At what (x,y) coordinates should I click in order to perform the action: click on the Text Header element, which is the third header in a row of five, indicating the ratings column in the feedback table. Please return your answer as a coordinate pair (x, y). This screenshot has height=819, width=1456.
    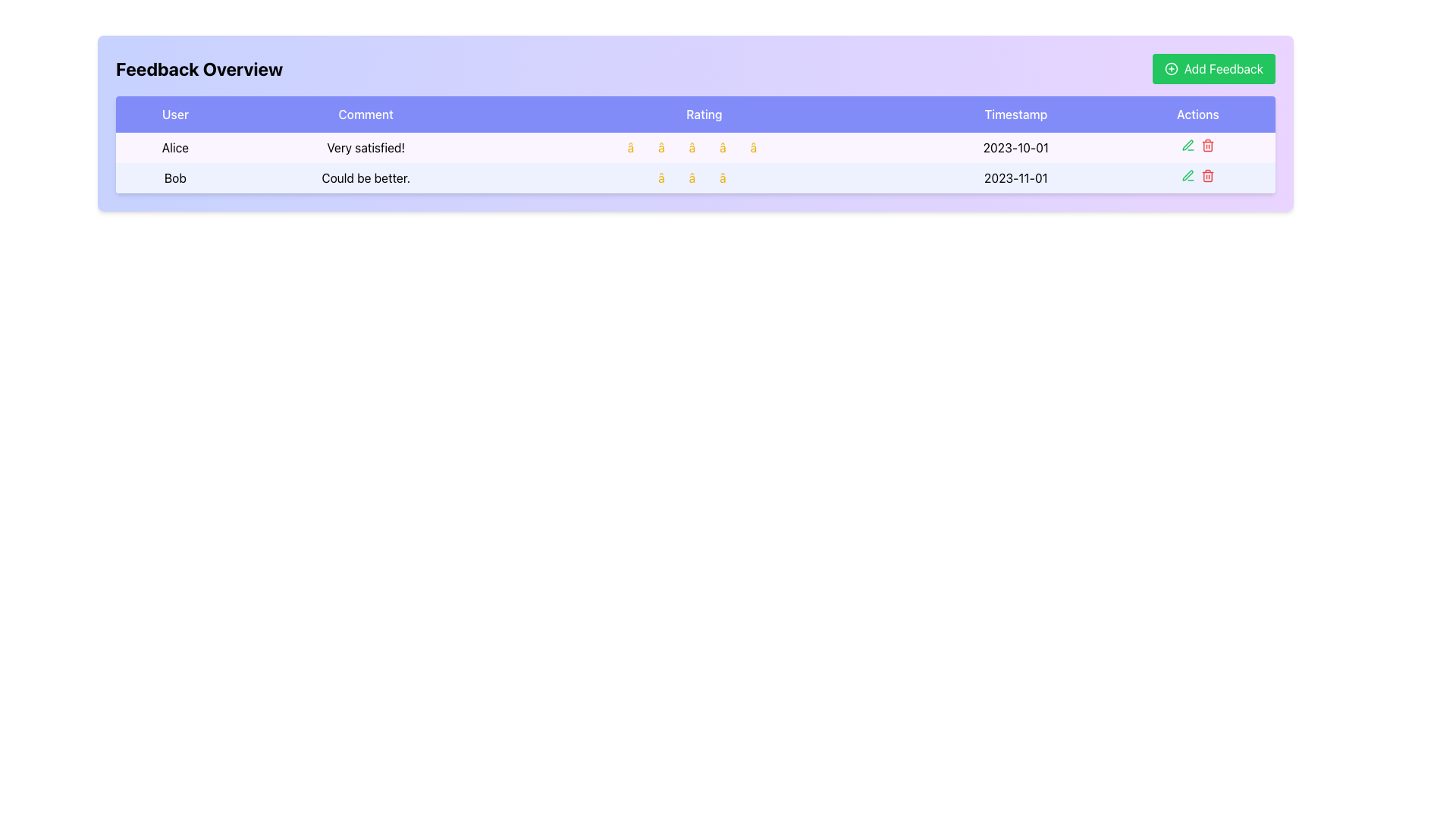
    Looking at the image, I should click on (703, 113).